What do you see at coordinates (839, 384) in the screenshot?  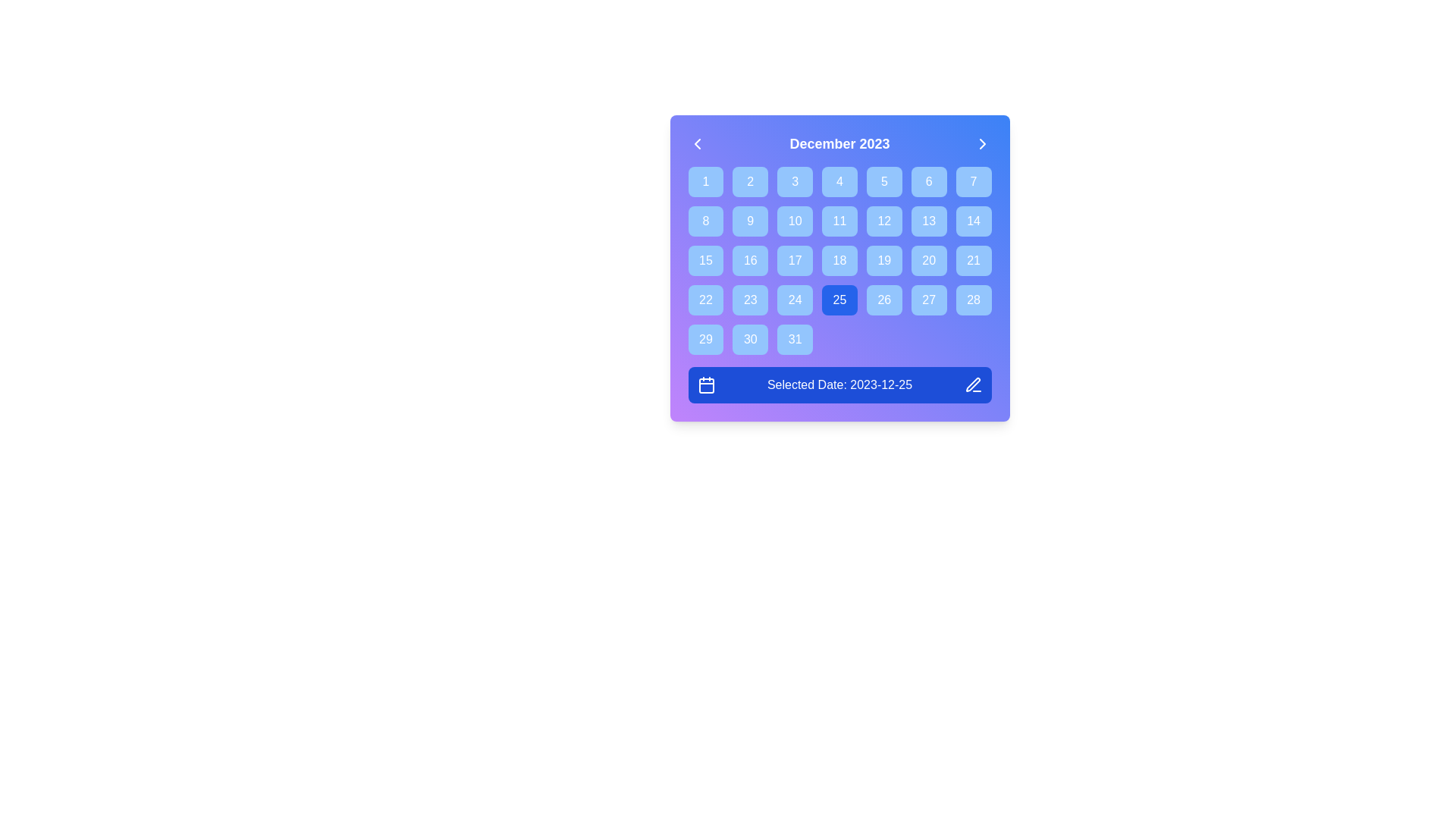 I see `the text label displaying 'Selected Date: 2023-12-25', which is centrally aligned in a blue rounded rectangle, located in the lower section of the calendar interface` at bounding box center [839, 384].